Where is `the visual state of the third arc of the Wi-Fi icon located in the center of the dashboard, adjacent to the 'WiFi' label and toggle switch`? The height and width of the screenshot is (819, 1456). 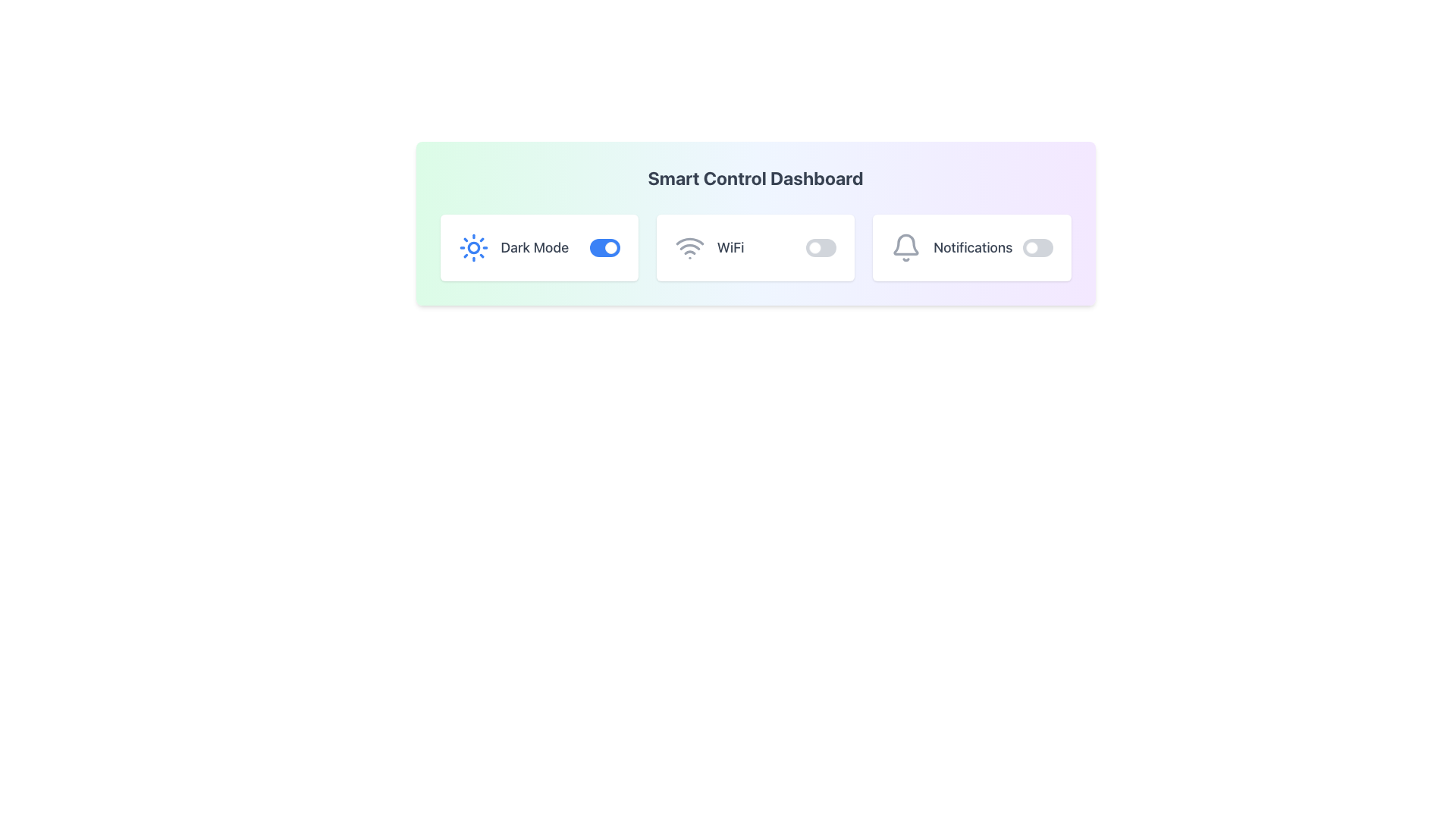 the visual state of the third arc of the Wi-Fi icon located in the center of the dashboard, adjacent to the 'WiFi' label and toggle switch is located at coordinates (689, 246).